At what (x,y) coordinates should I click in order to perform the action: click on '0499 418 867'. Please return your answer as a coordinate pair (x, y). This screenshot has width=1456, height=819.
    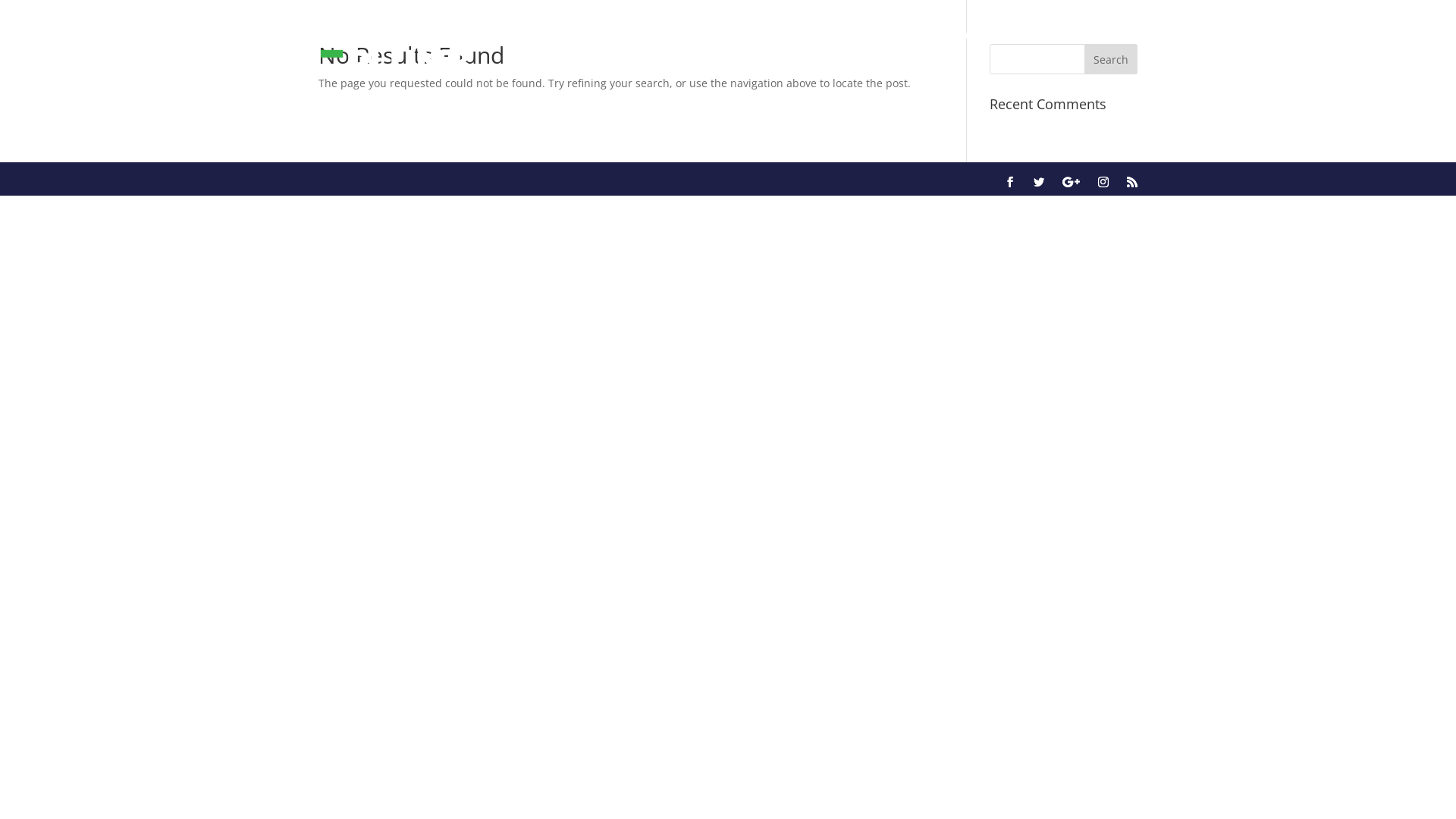
    Looking at the image, I should click on (1059, 31).